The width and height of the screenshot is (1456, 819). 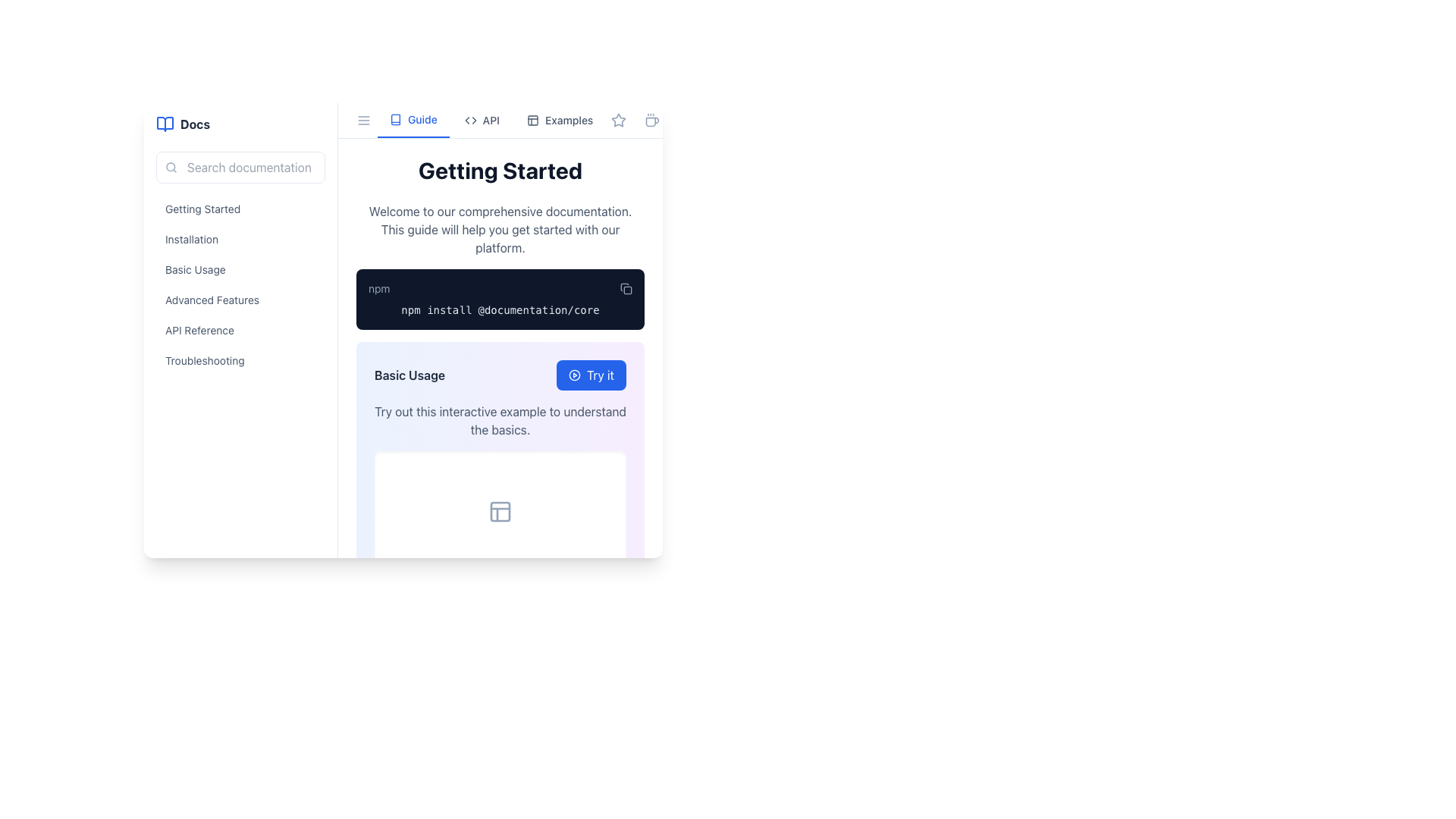 What do you see at coordinates (500, 309) in the screenshot?
I see `the Text Display element that shows the command text for software installation, located below the 'npm' label in a rounded rectangle with a dark background` at bounding box center [500, 309].